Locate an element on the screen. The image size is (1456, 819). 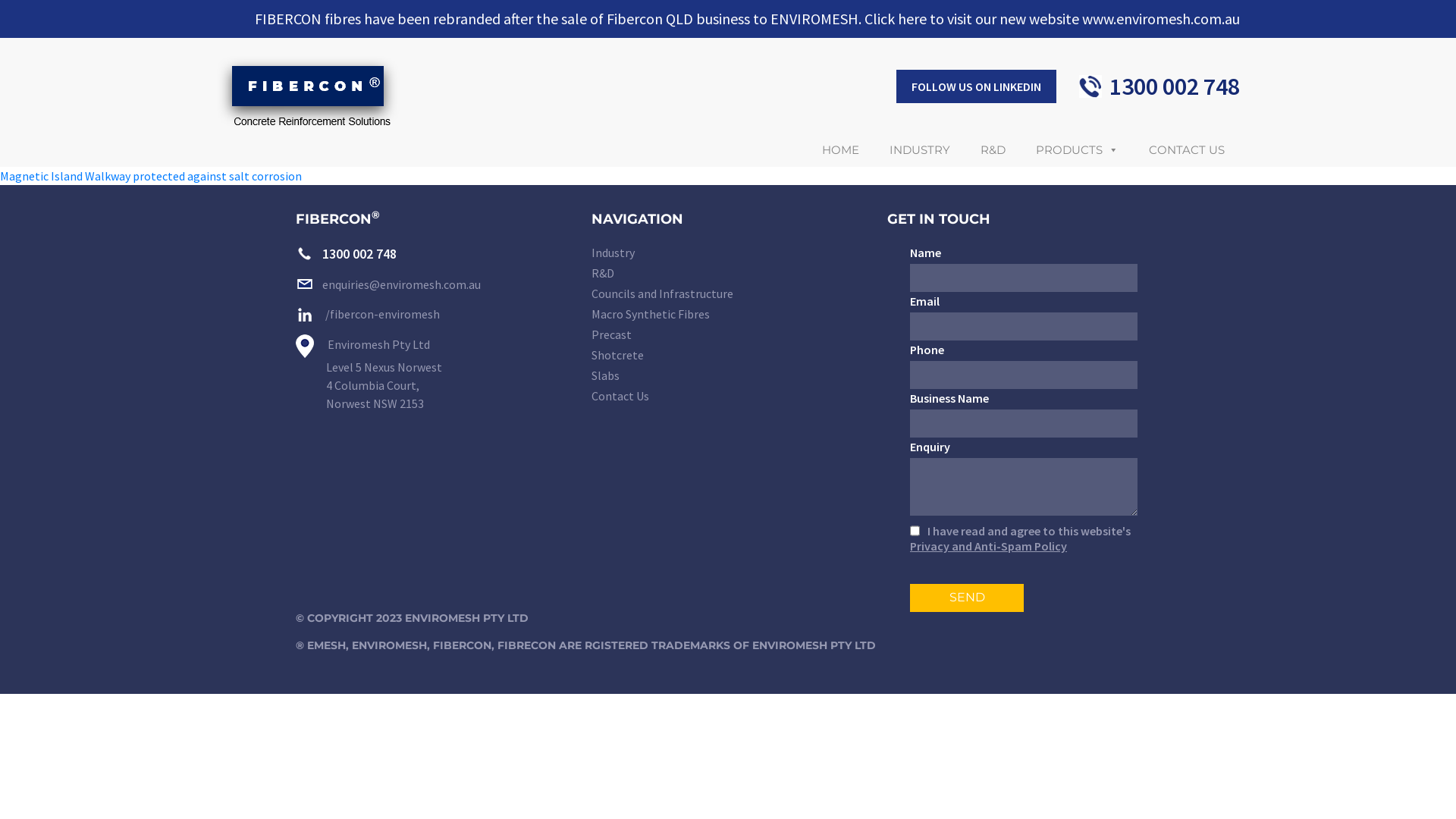
'FOLLOW US ON LINKEDIN' is located at coordinates (976, 86).